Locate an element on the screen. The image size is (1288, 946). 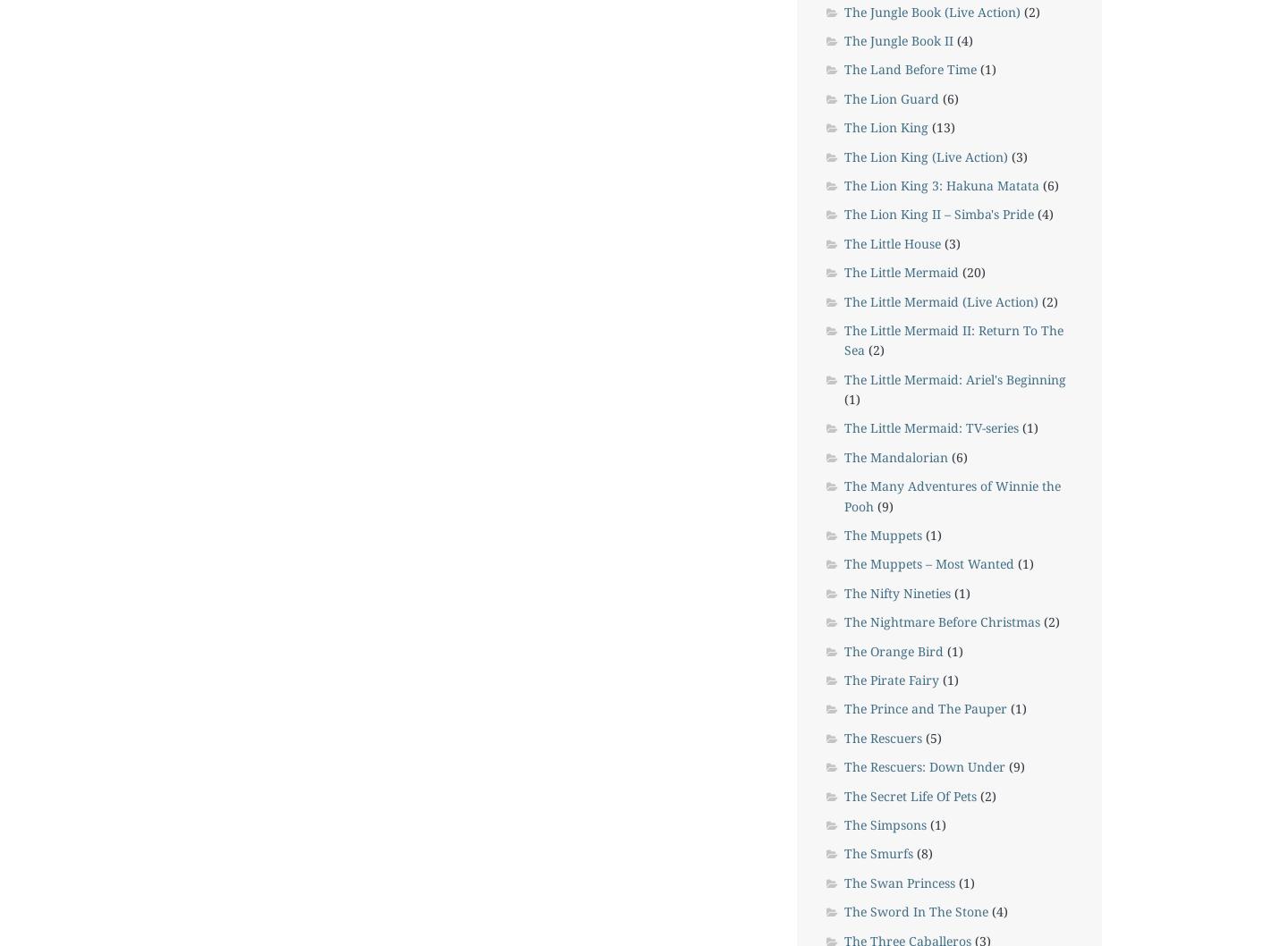
'The Lion King' is located at coordinates (885, 126).